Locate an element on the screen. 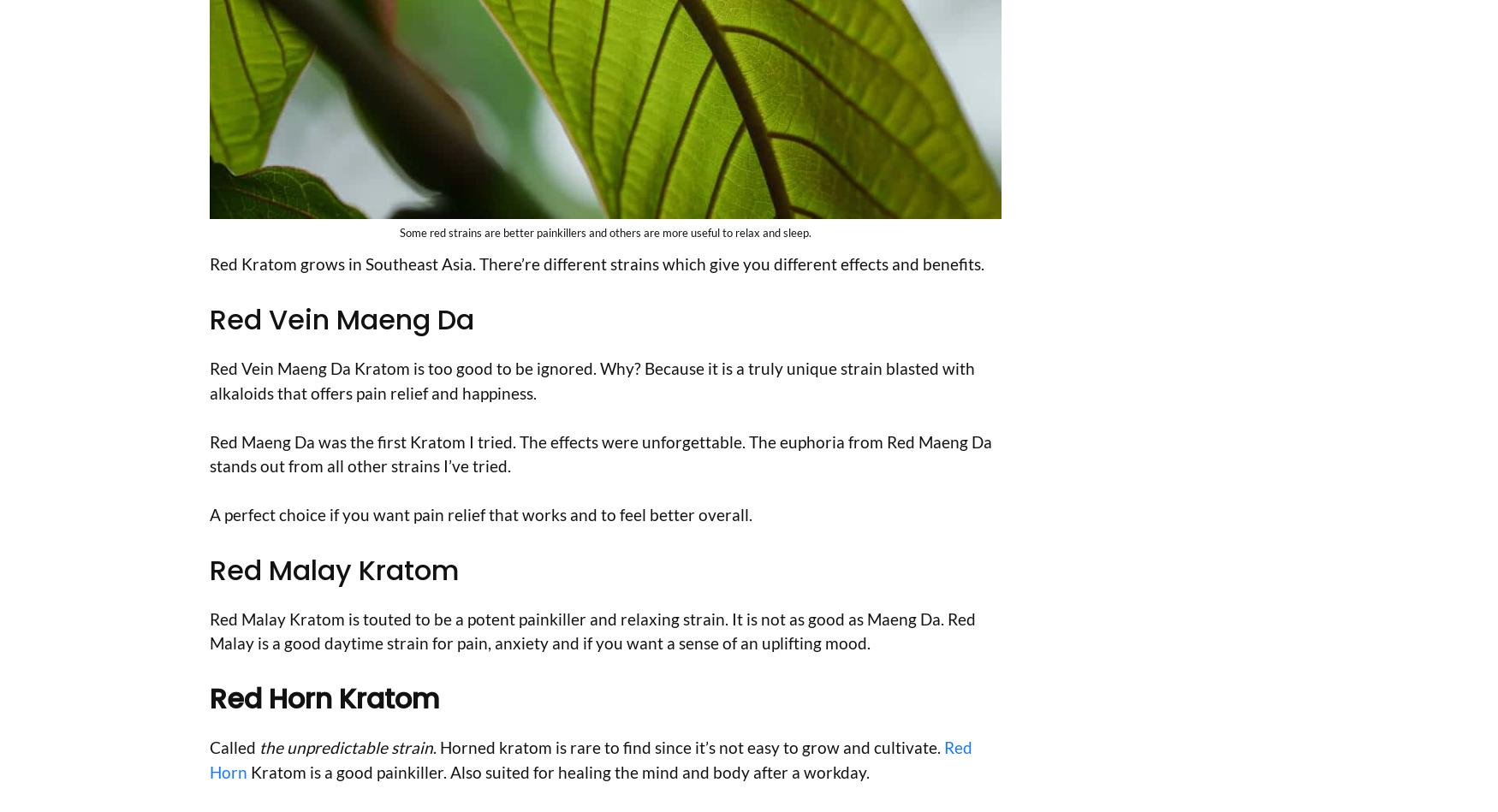  'Red Vein Maeng Da' is located at coordinates (341, 319).